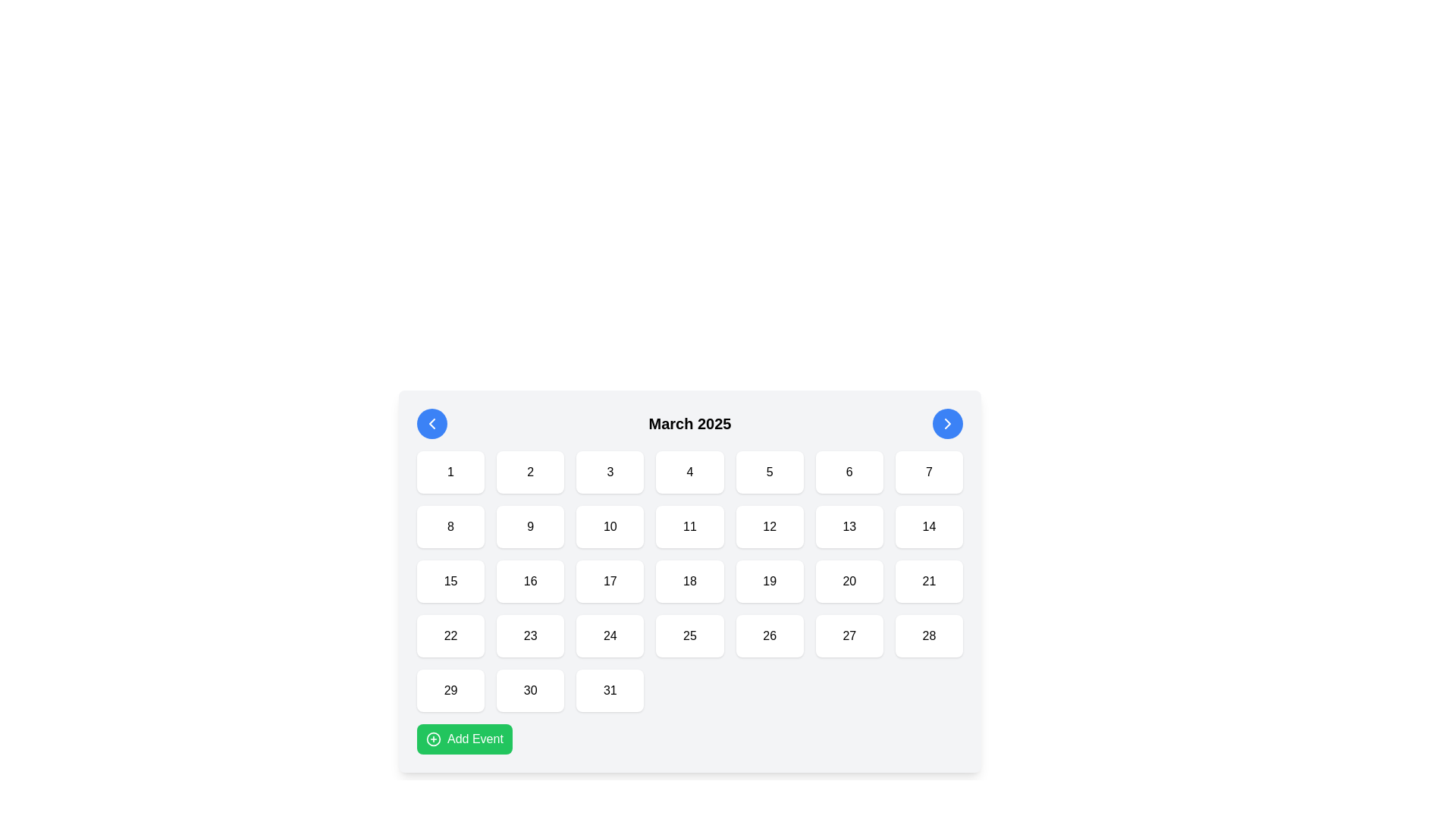  I want to click on the circular SVG shape that forms the base of the 'Add Event' button icon, located below the calendar dates in the calendar interface, so click(432, 739).